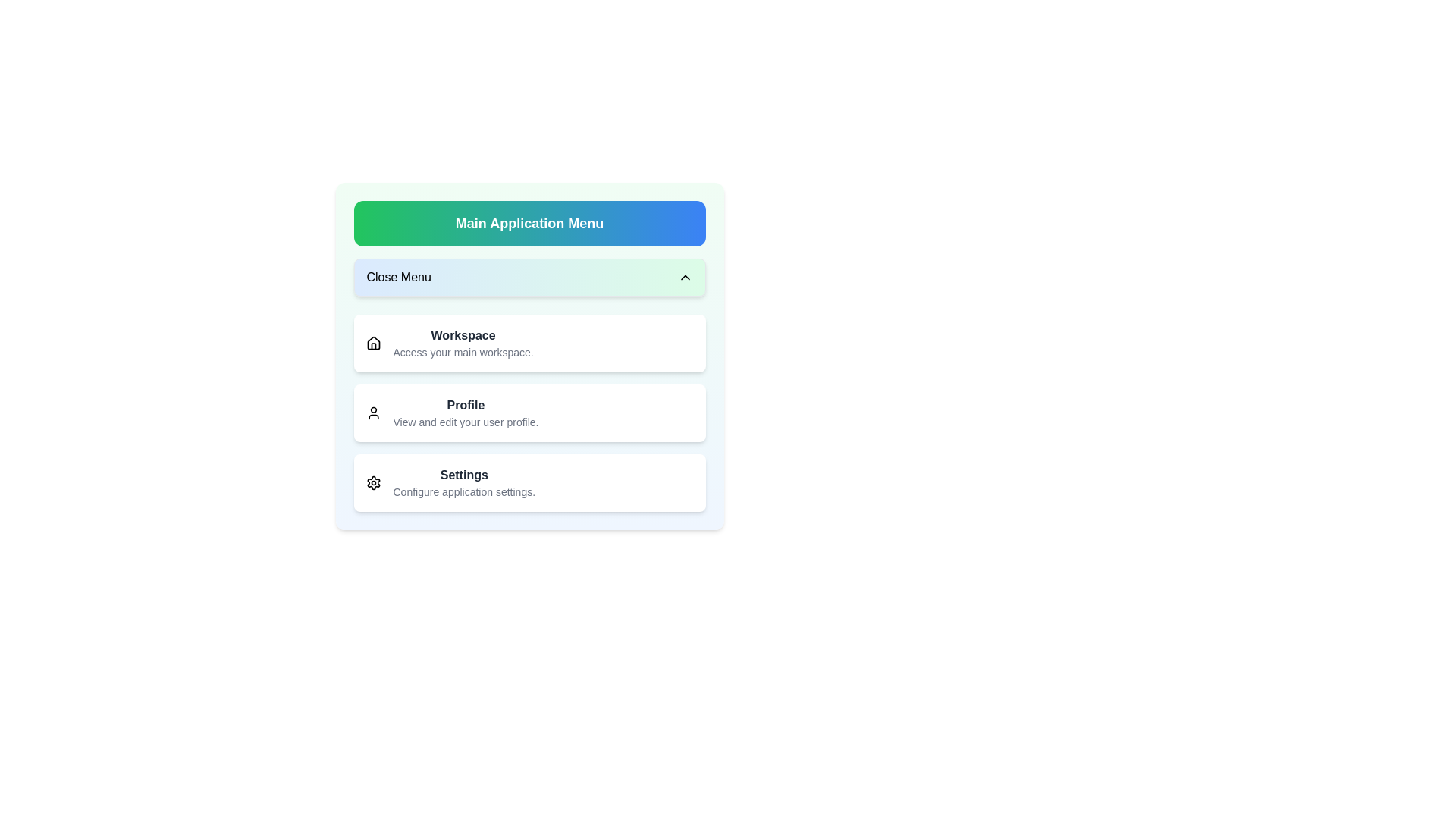 This screenshot has width=1456, height=819. I want to click on the menu item Profile from the options Workspace, Profile, or Settings, so click(529, 413).